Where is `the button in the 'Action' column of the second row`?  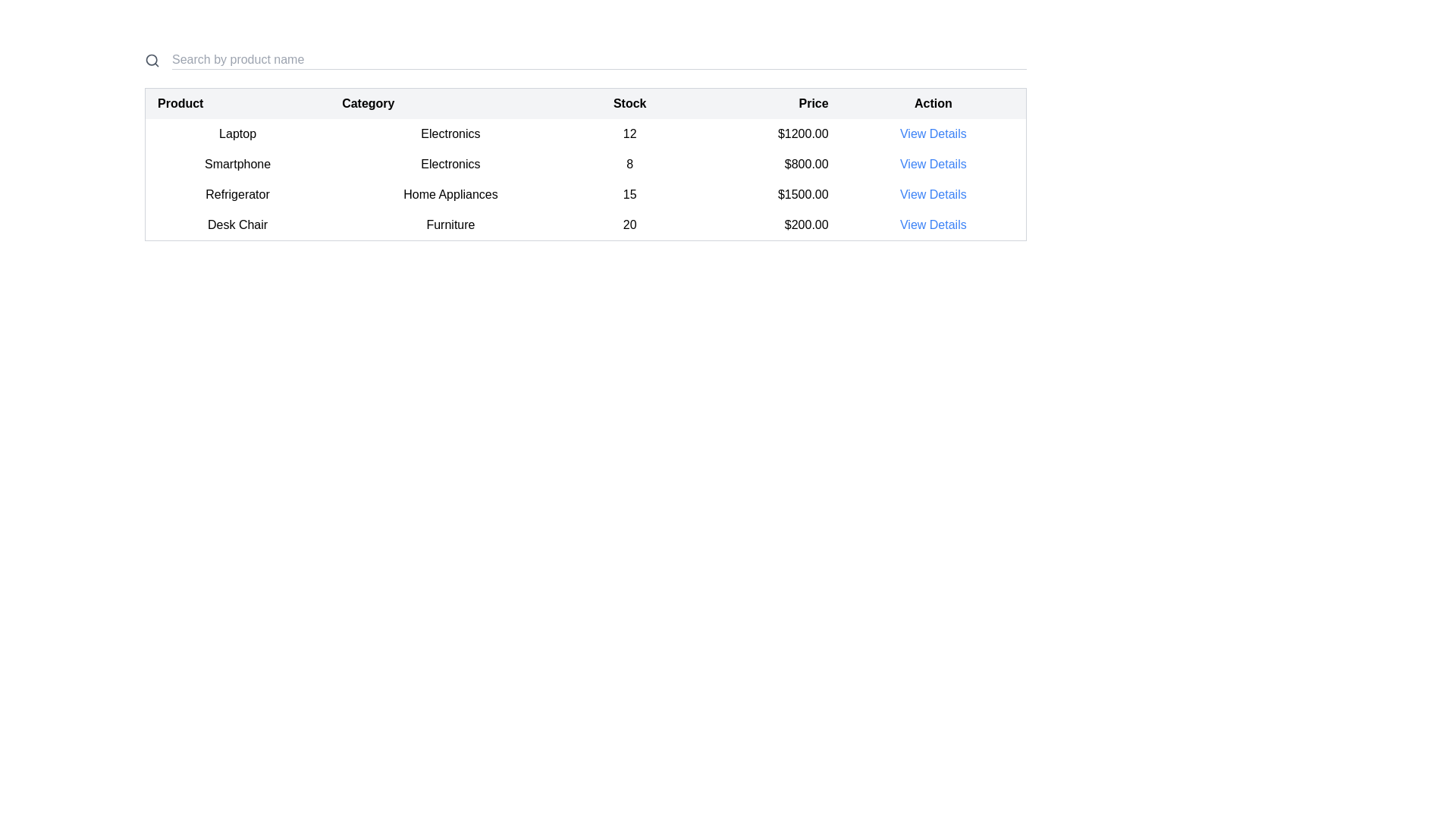 the button in the 'Action' column of the second row is located at coordinates (933, 164).